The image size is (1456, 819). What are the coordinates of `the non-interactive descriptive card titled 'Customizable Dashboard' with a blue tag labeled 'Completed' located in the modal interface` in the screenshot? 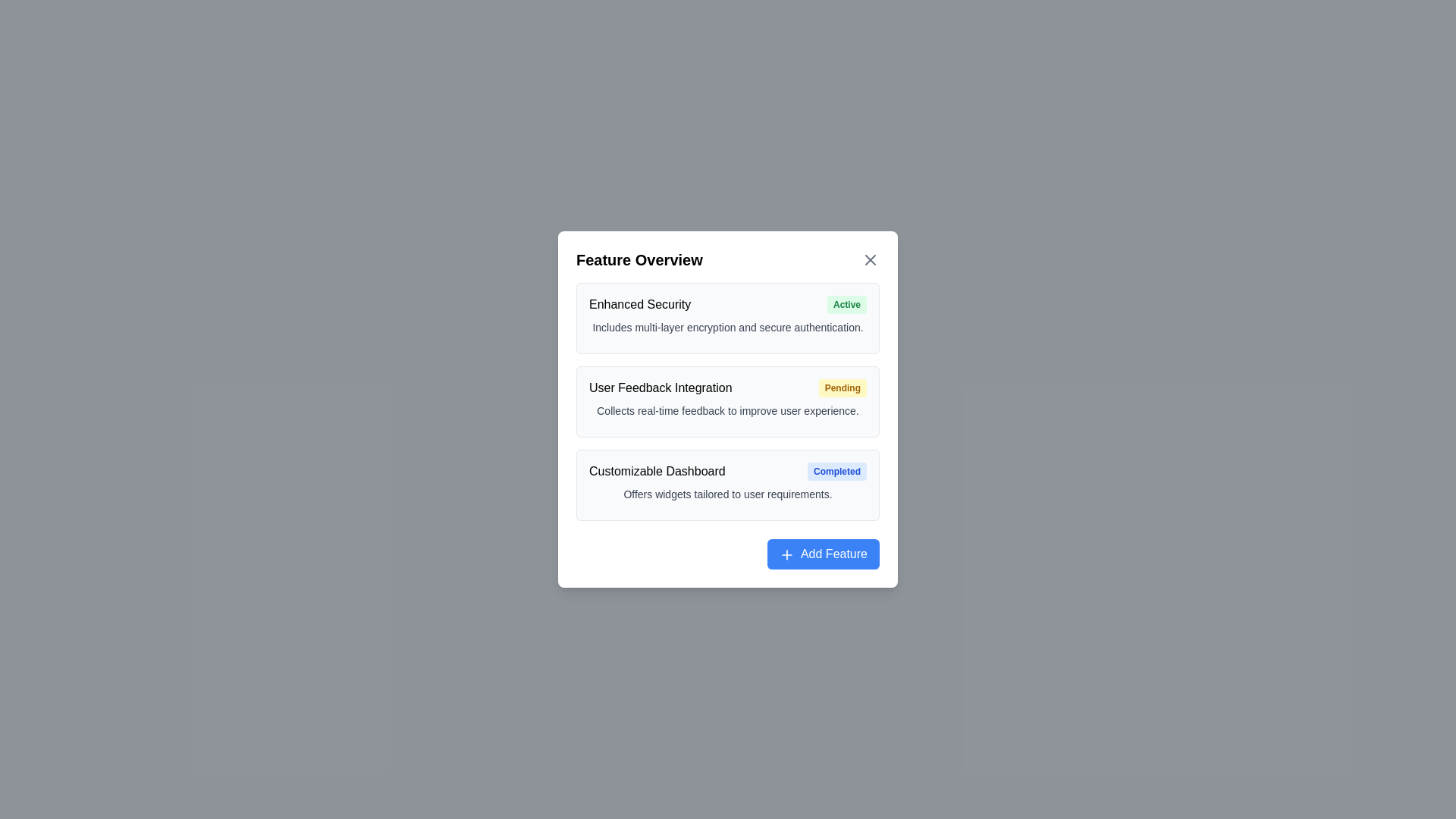 It's located at (728, 485).